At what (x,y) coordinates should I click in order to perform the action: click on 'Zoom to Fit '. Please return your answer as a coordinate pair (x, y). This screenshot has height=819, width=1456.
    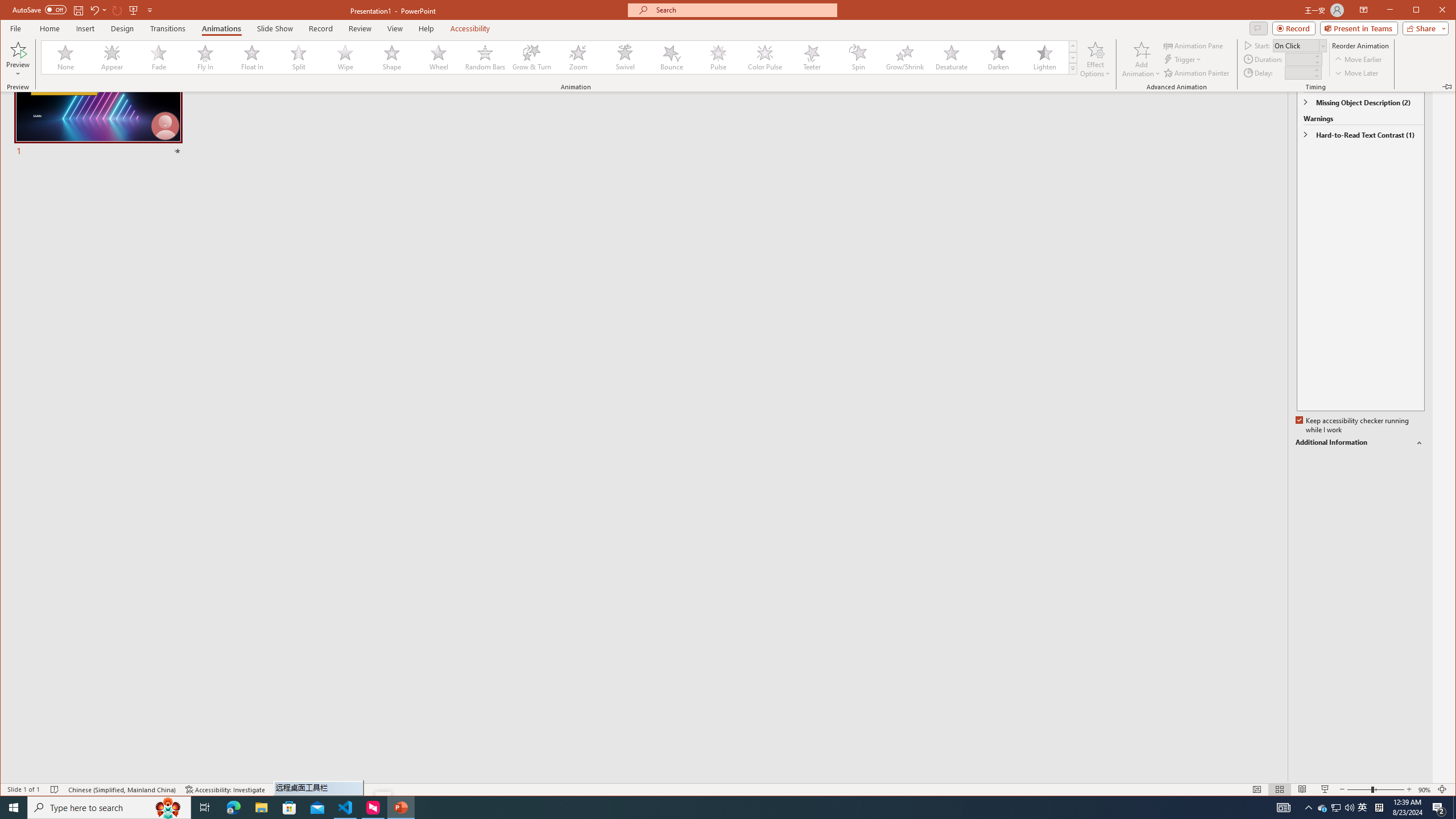
    Looking at the image, I should click on (1442, 789).